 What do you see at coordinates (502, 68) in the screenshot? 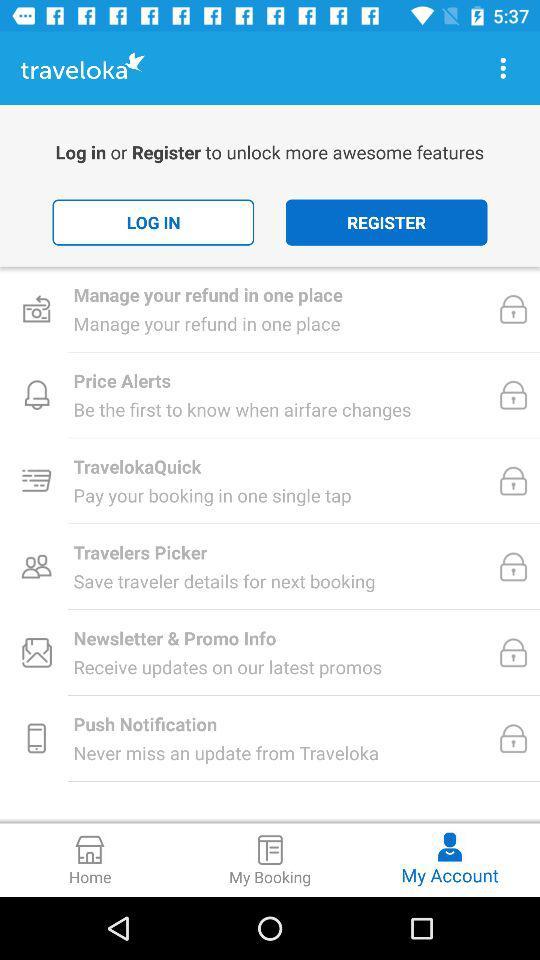
I see `options` at bounding box center [502, 68].